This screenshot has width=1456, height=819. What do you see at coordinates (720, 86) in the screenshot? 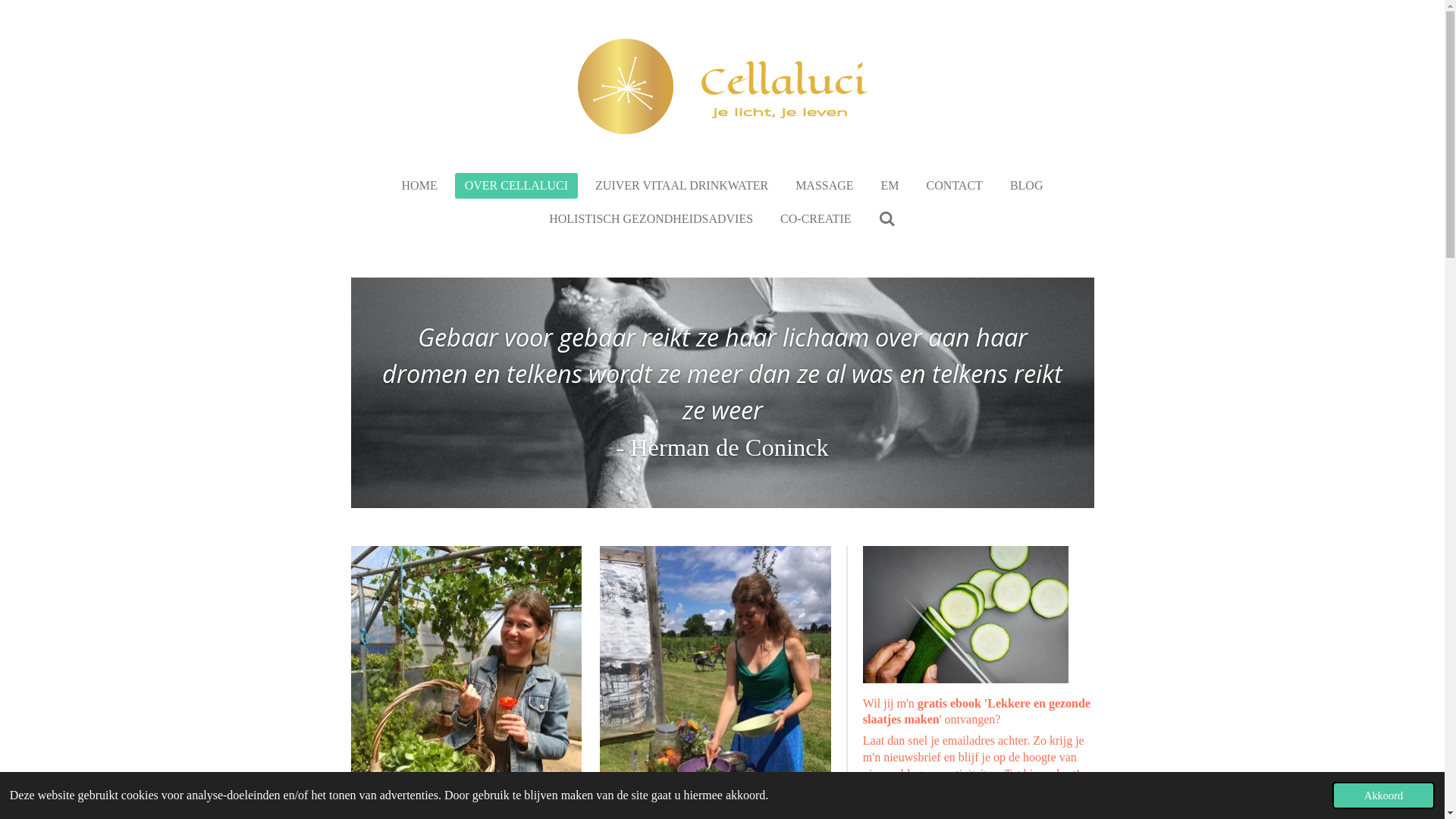
I see `'Cellaluci.be'` at bounding box center [720, 86].